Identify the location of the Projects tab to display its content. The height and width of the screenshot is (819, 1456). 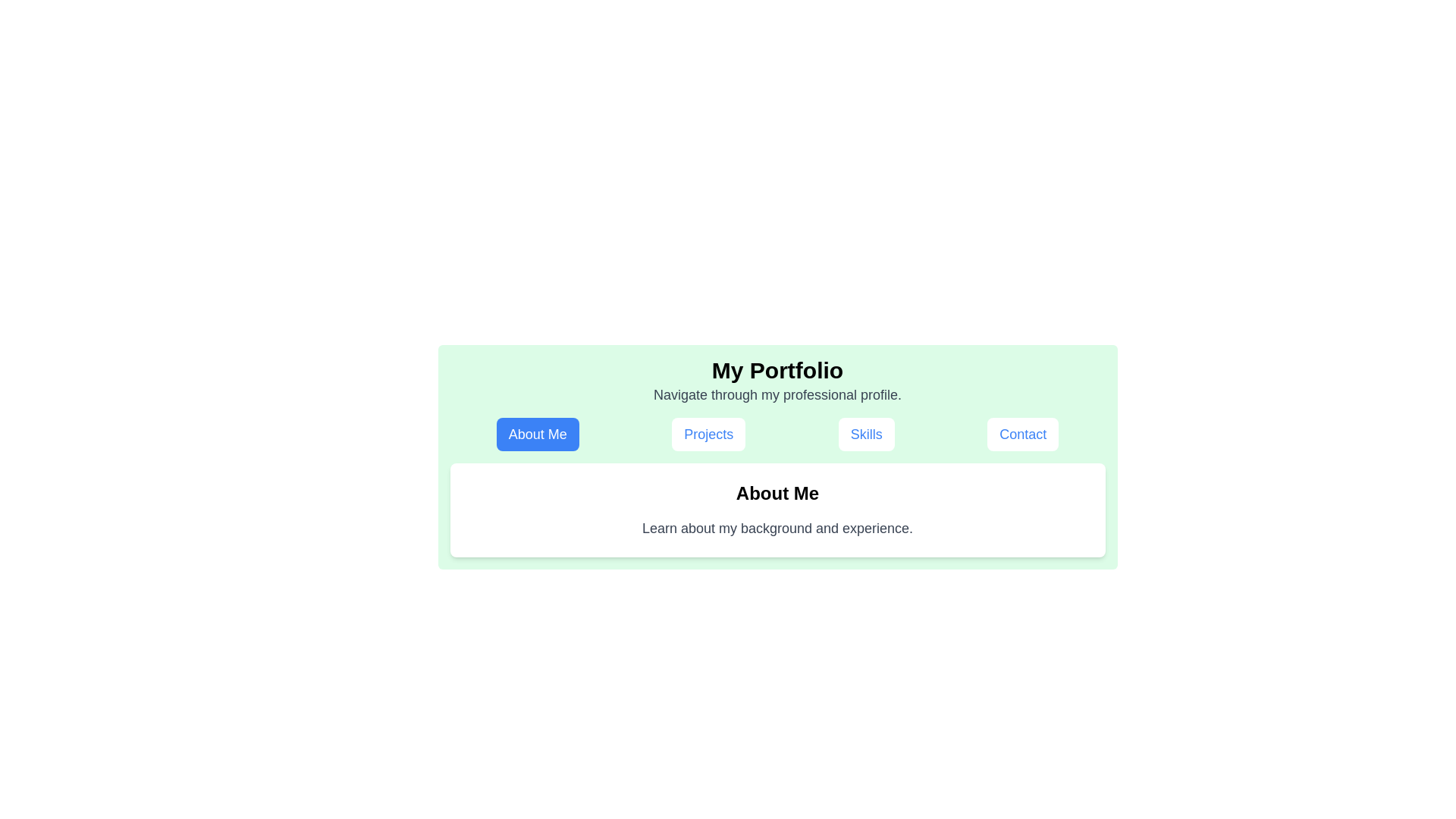
(708, 435).